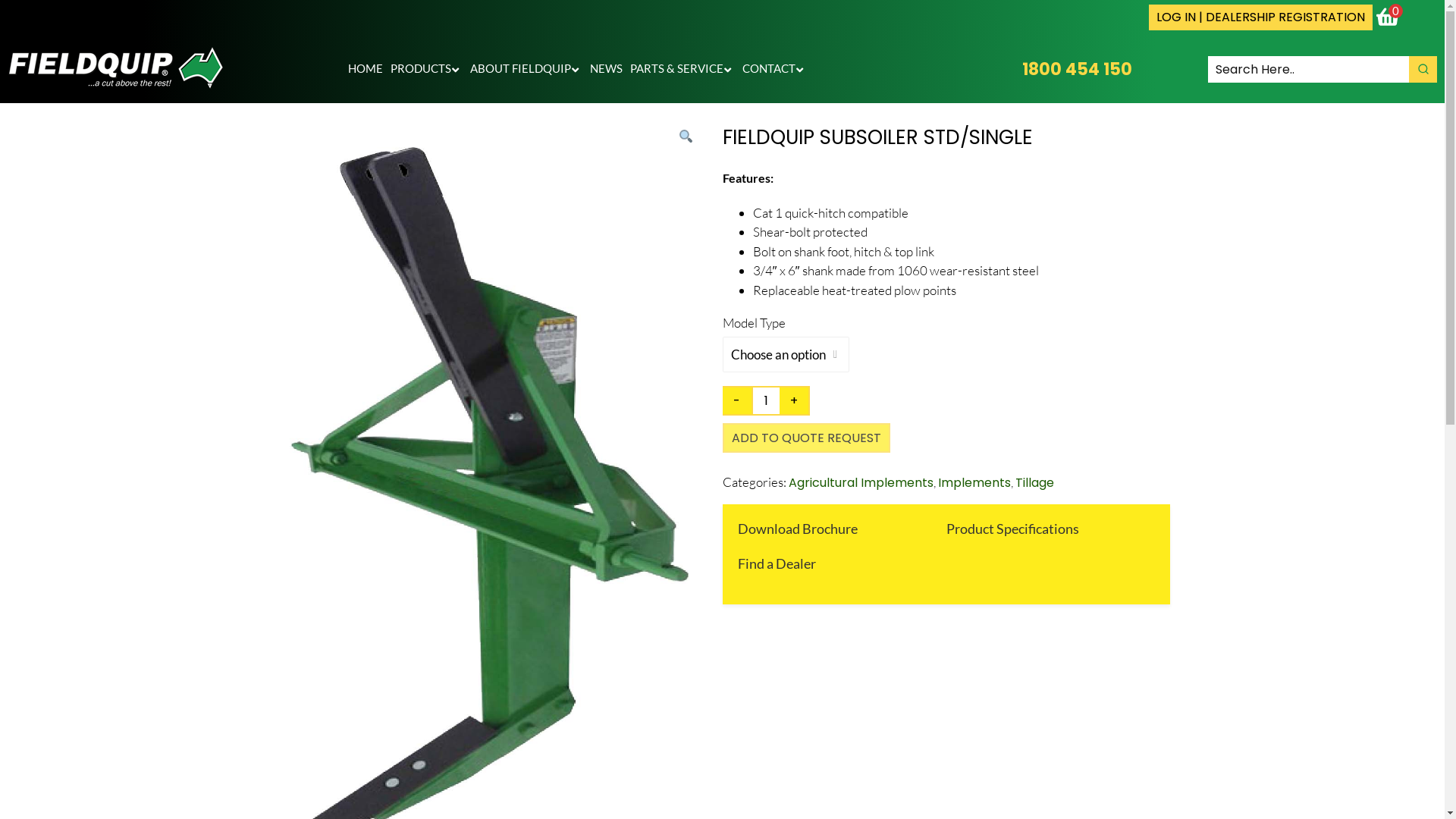 This screenshot has width=1456, height=819. Describe the element at coordinates (425, 69) in the screenshot. I see `'PRODUCTS'` at that location.